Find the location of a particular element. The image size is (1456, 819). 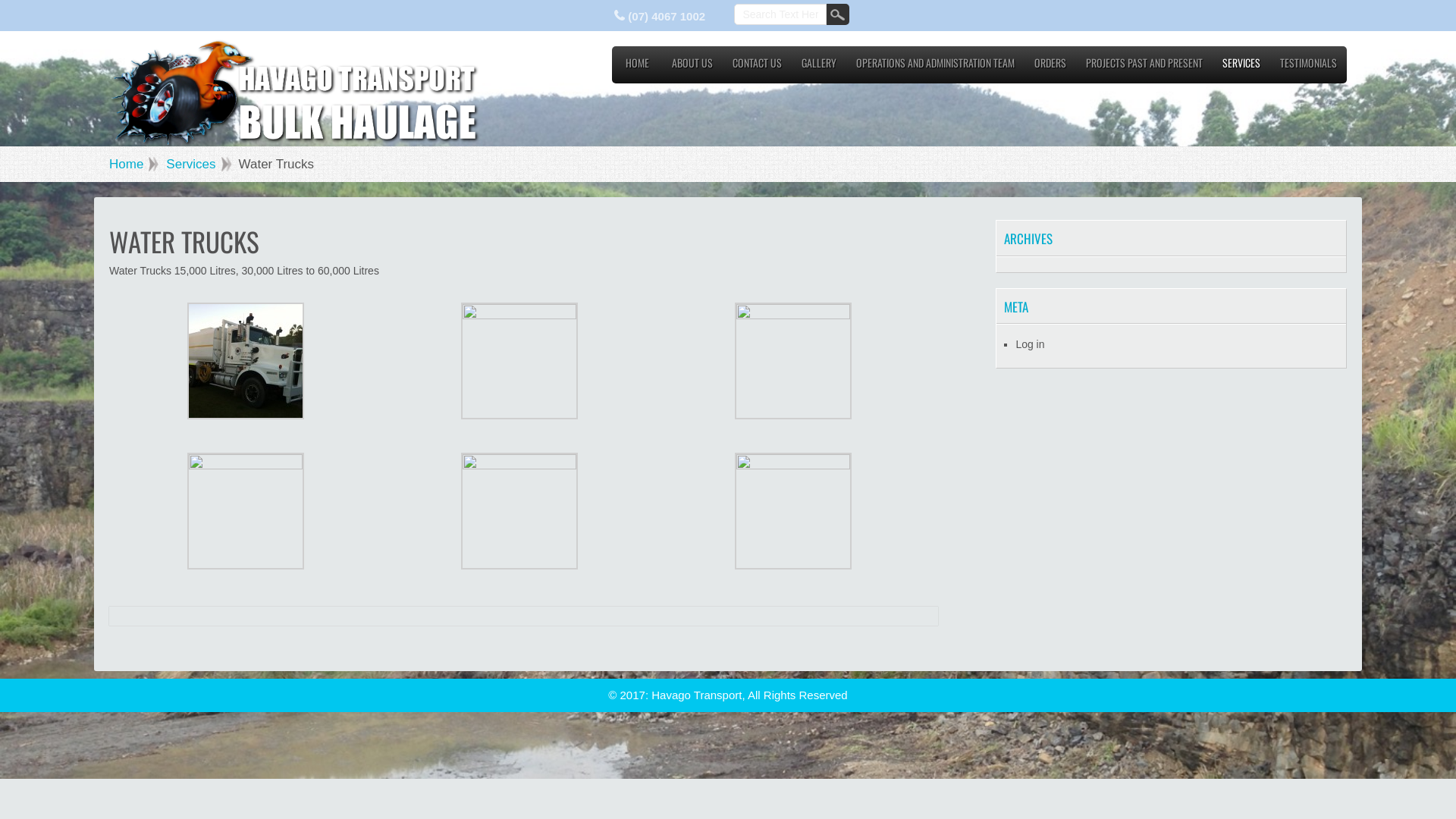

'PROJECTS PAST AND PRESENT' is located at coordinates (1144, 66).